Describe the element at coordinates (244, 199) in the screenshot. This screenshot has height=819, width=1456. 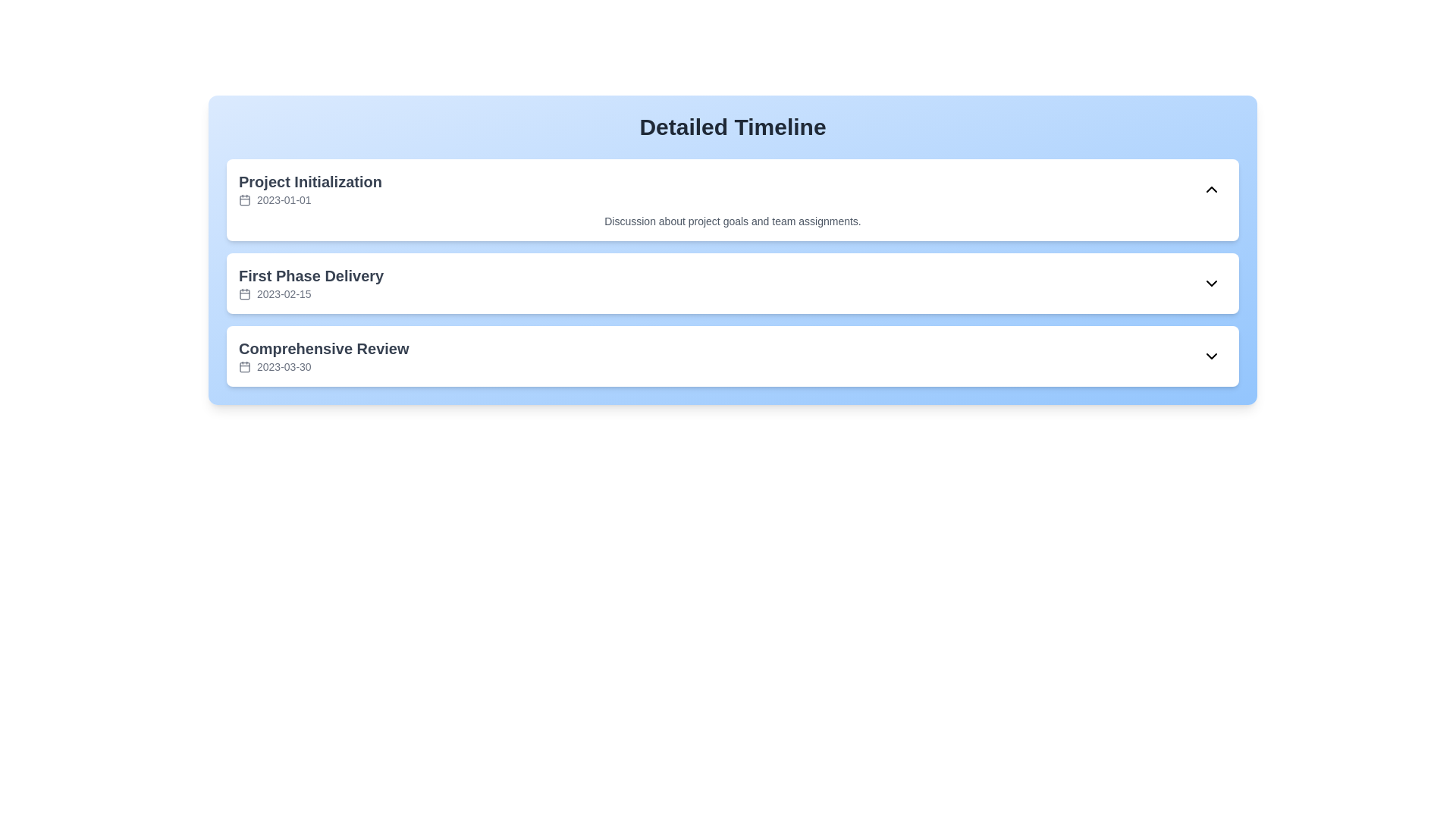
I see `the SVG graphic element that represents the main frame of the calendar icon, located adjacent to the '2023-01-01' text` at that location.